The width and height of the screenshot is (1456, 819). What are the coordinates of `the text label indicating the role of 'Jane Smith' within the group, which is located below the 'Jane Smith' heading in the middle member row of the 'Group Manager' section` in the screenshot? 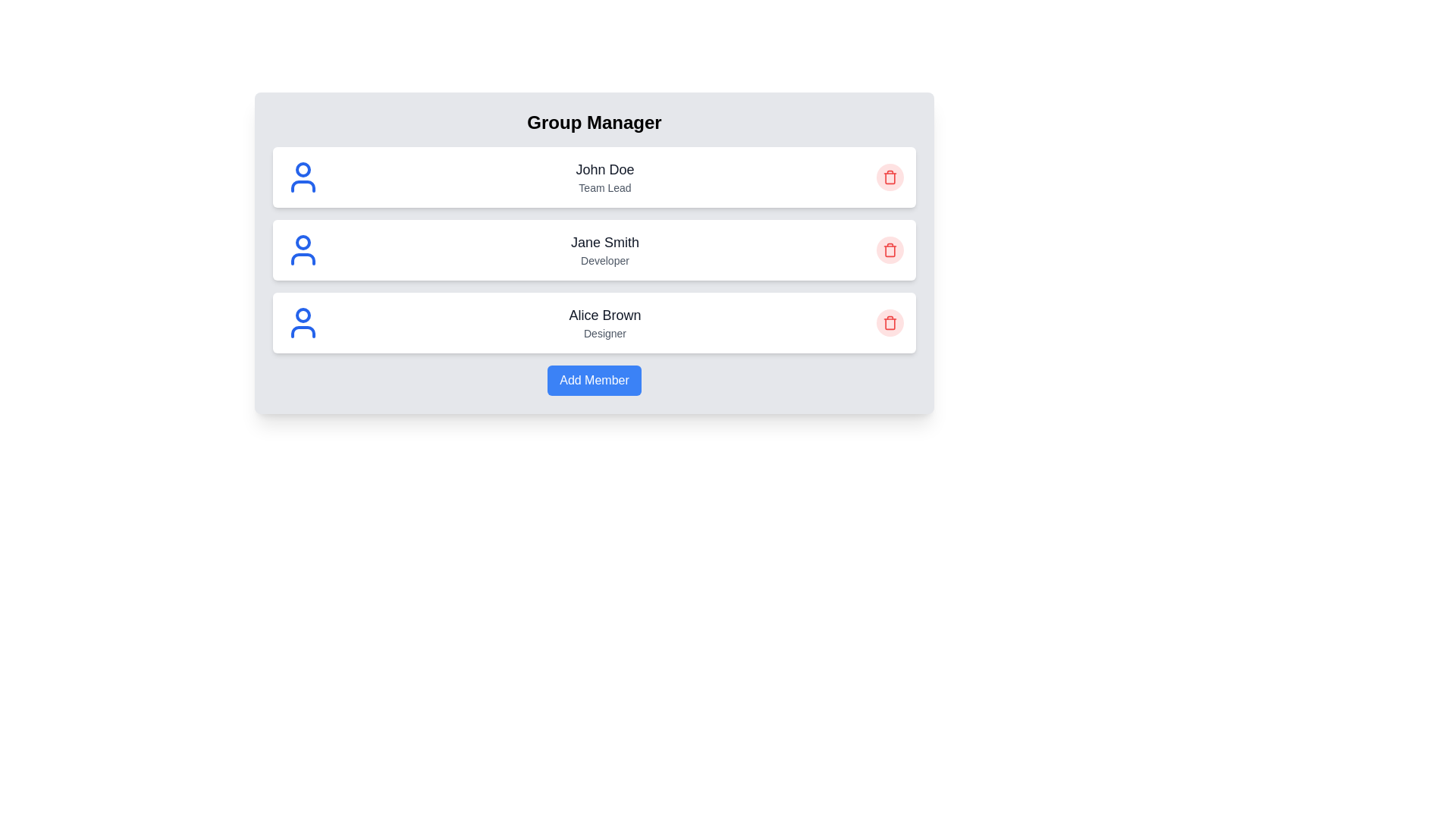 It's located at (604, 259).